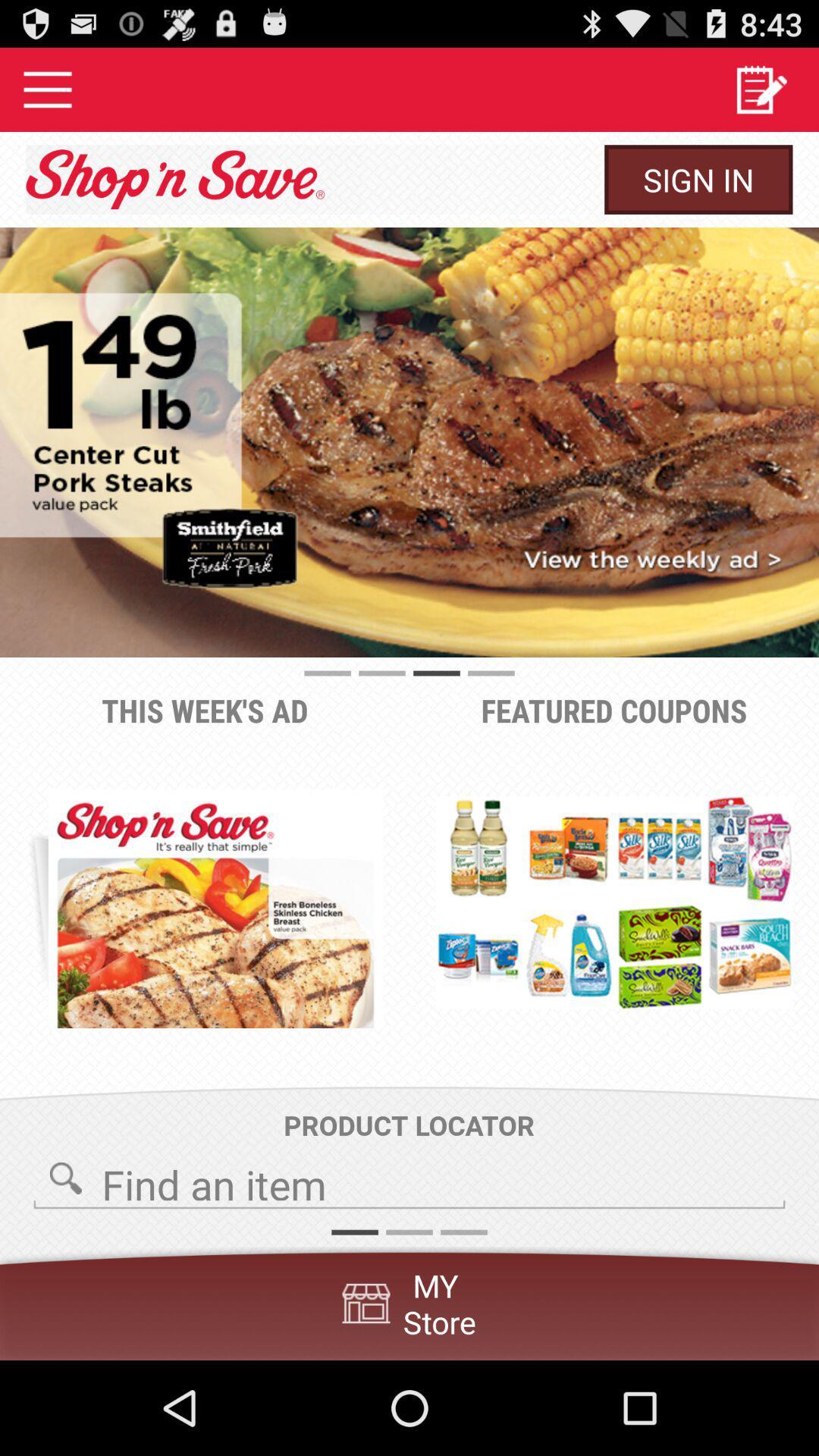 Image resolution: width=819 pixels, height=1456 pixels. Describe the element at coordinates (698, 179) in the screenshot. I see `the sign in button` at that location.